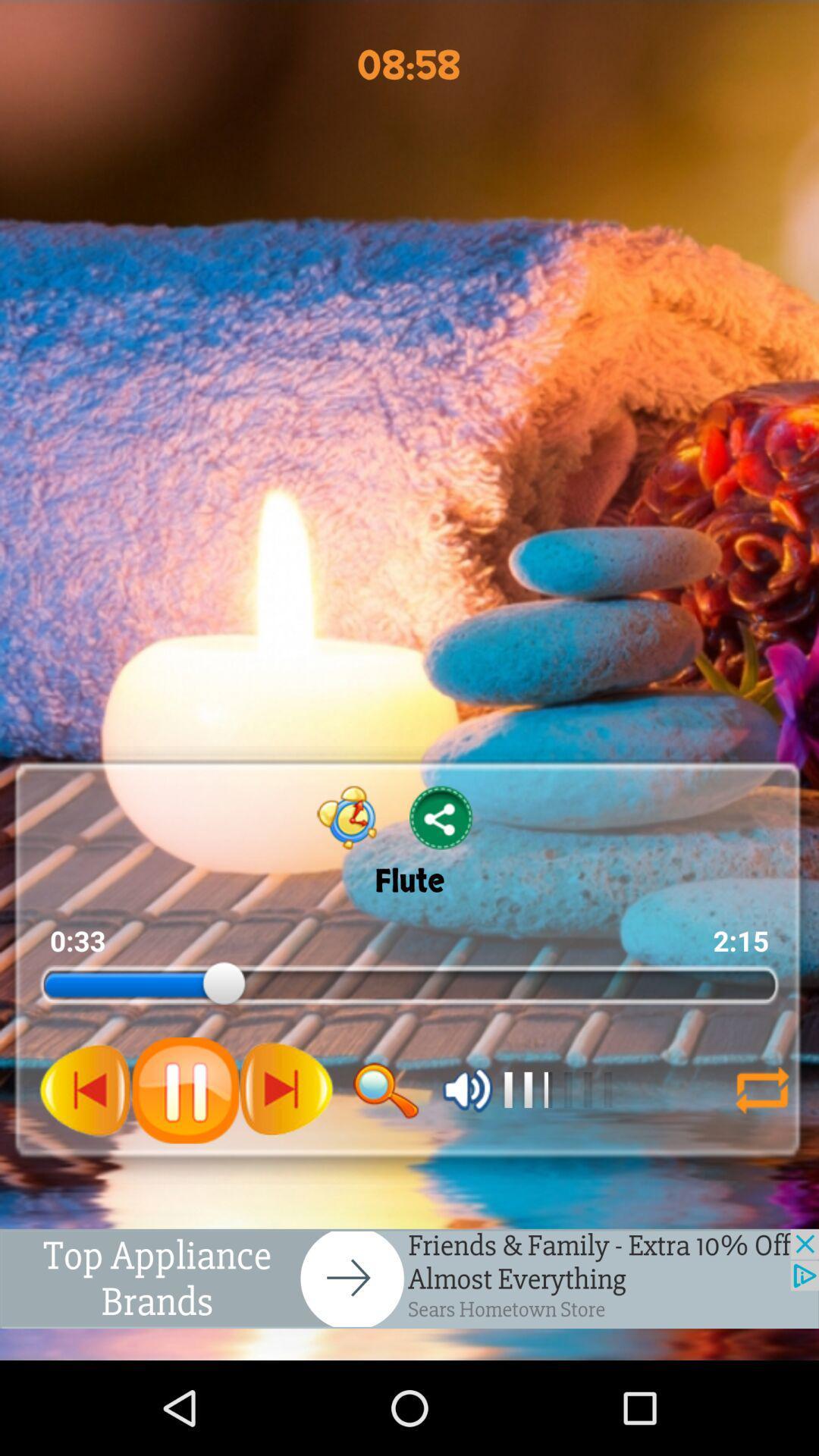 Image resolution: width=819 pixels, height=1456 pixels. Describe the element at coordinates (441, 875) in the screenshot. I see `the share icon` at that location.